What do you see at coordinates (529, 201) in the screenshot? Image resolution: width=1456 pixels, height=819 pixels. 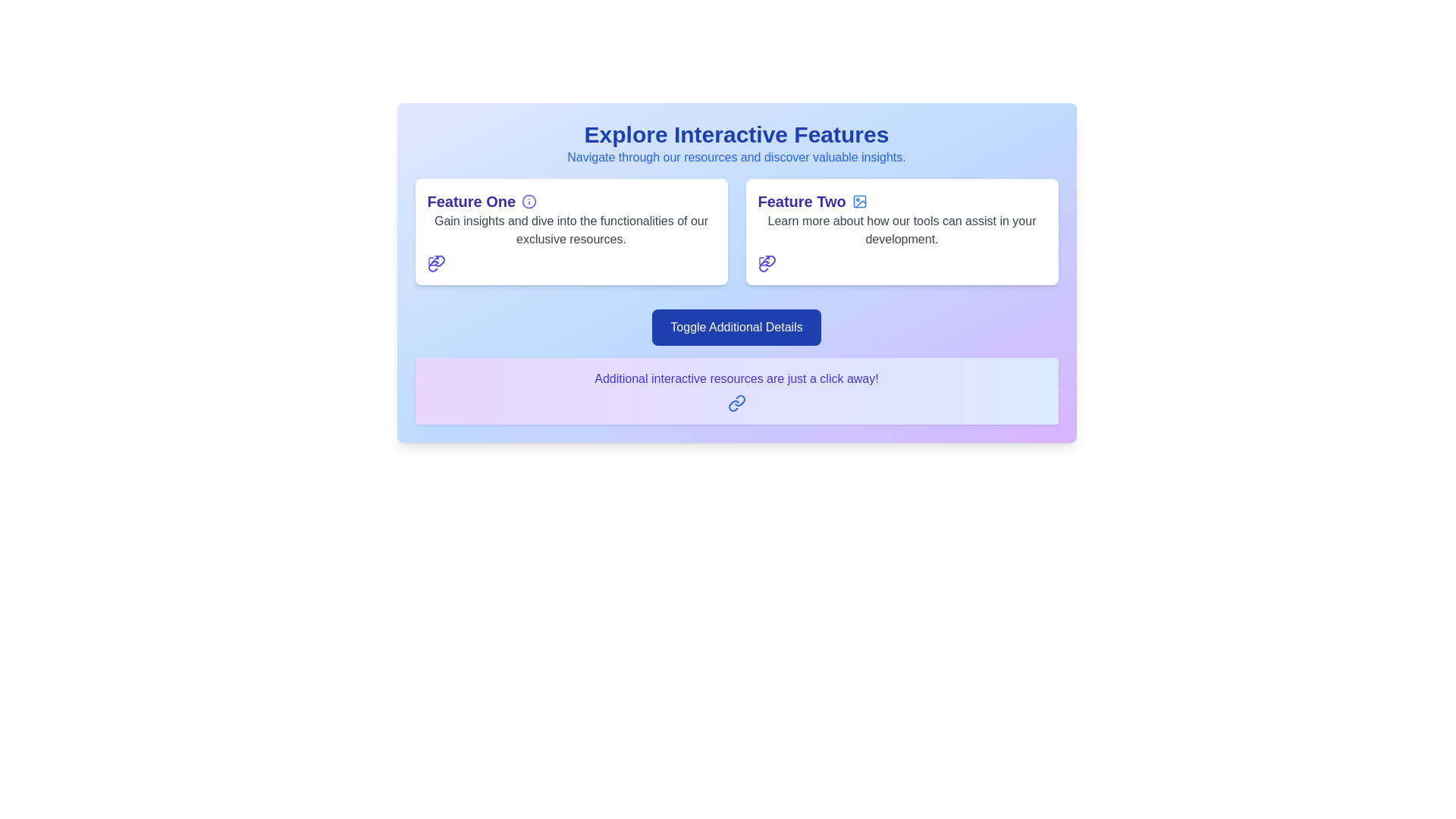 I see `the icon located centrally within the text block titled 'Feature One', which serves as a visual indicator for additional information` at bounding box center [529, 201].